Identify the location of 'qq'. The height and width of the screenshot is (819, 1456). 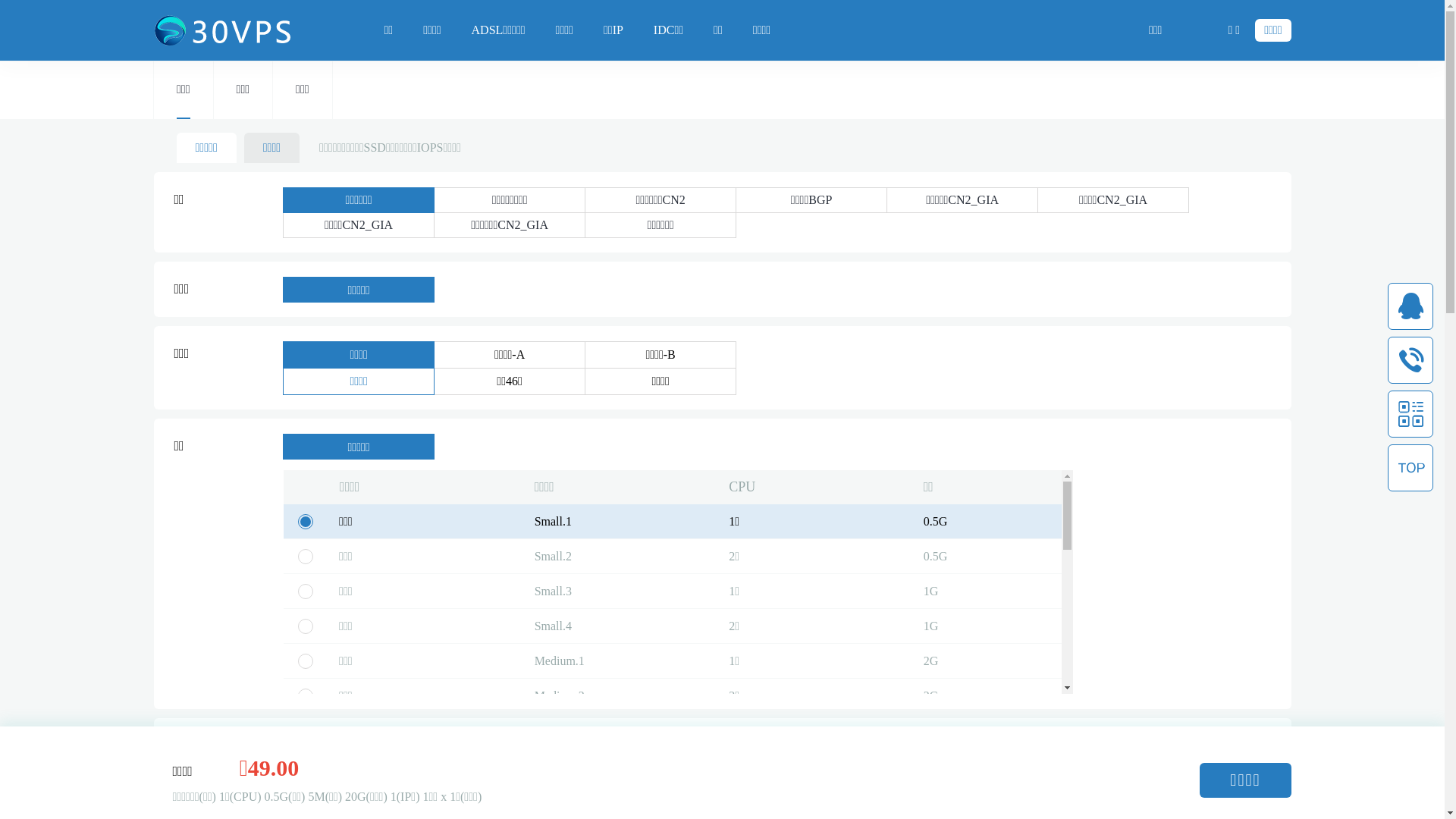
(1410, 306).